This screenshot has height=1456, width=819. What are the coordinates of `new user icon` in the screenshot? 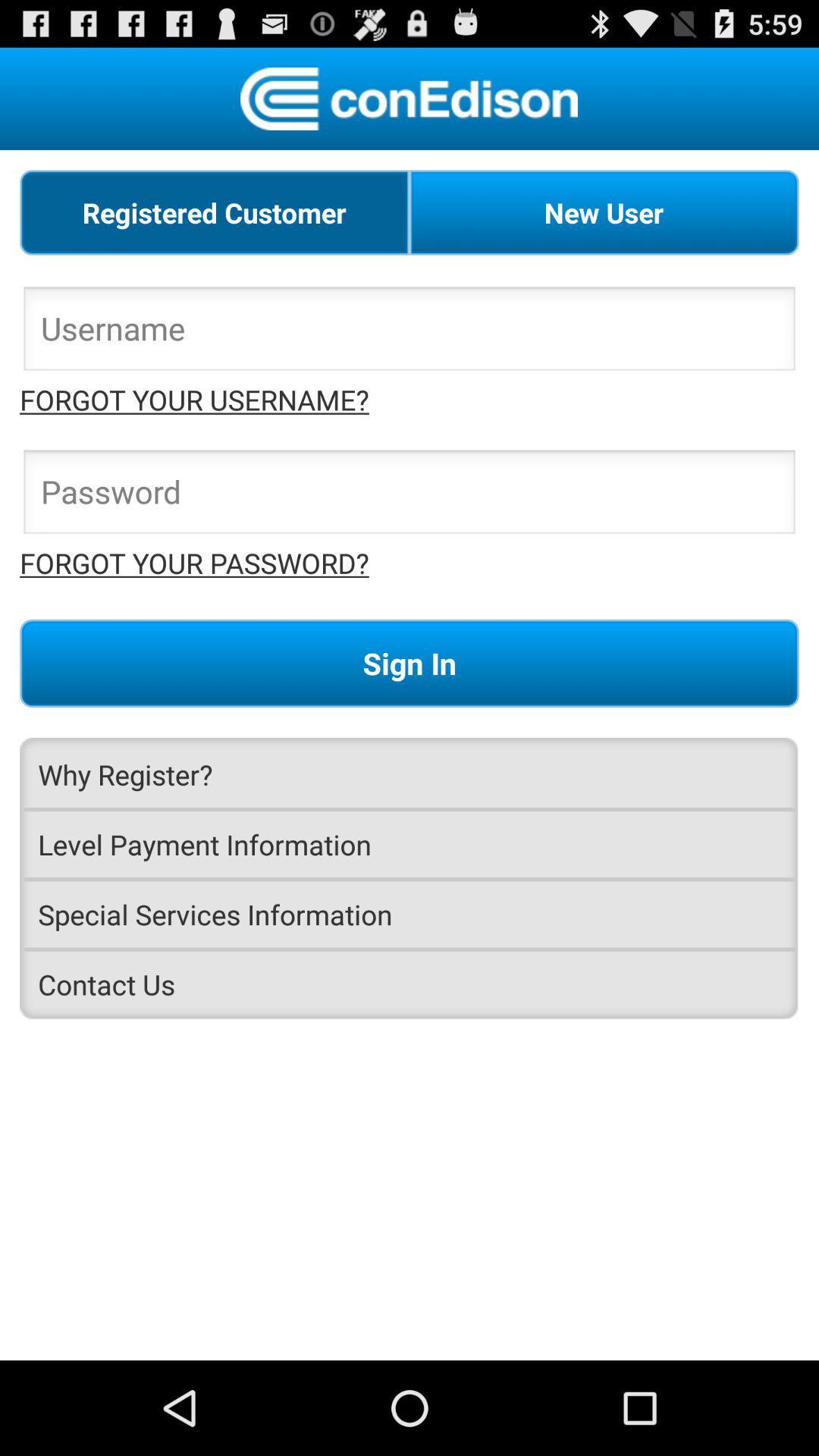 It's located at (603, 212).